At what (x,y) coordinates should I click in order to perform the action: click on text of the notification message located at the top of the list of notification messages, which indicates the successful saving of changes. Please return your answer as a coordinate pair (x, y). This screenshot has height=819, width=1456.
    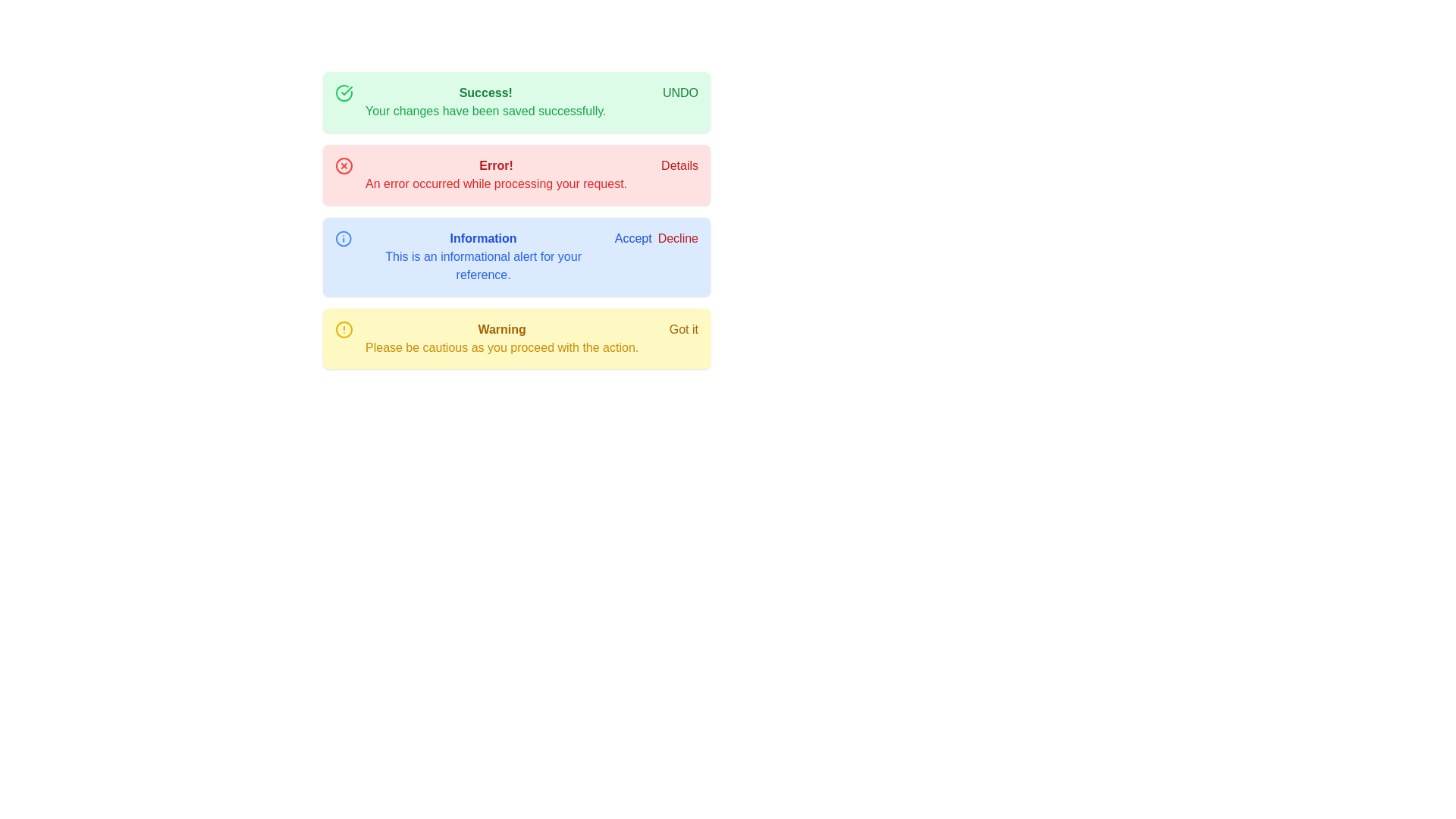
    Looking at the image, I should click on (485, 102).